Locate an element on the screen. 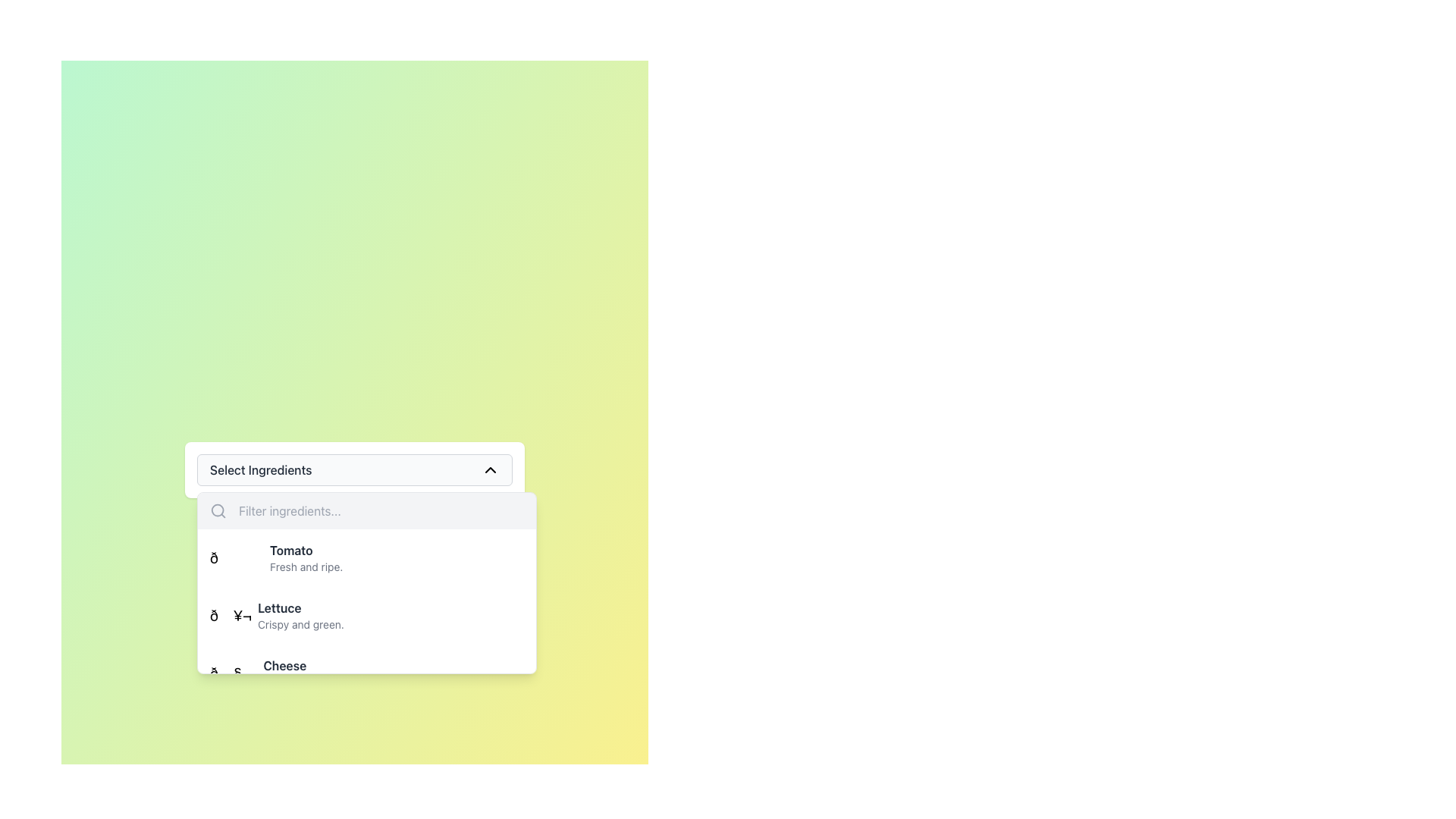  the search icon that visually indicates the search functionality, located inside a gray background bar, preceding the input field with placeholder text 'Filter ingredients...' is located at coordinates (218, 511).